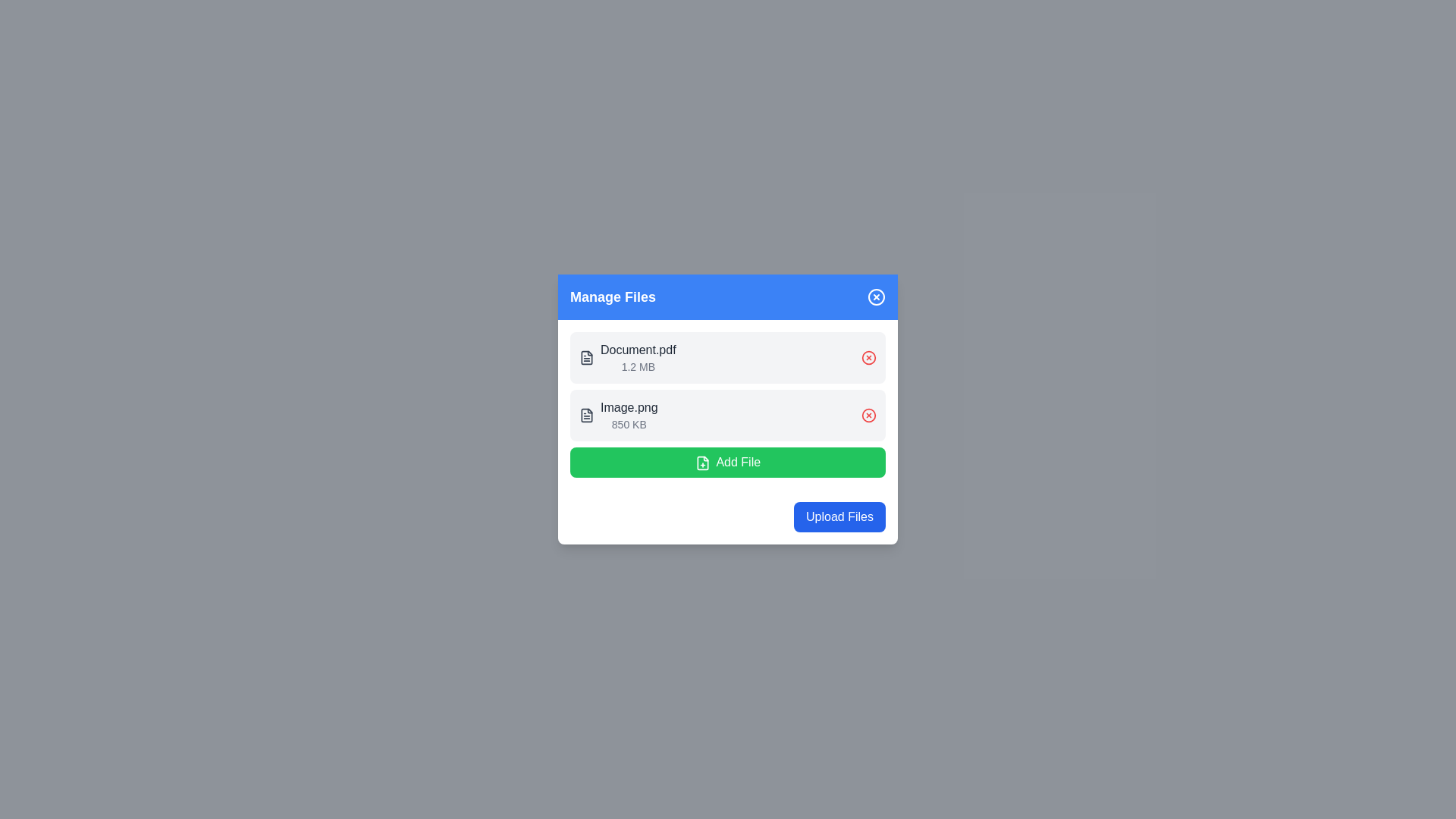  Describe the element at coordinates (728, 461) in the screenshot. I see `the green 'Add File' button with a document icon` at that location.